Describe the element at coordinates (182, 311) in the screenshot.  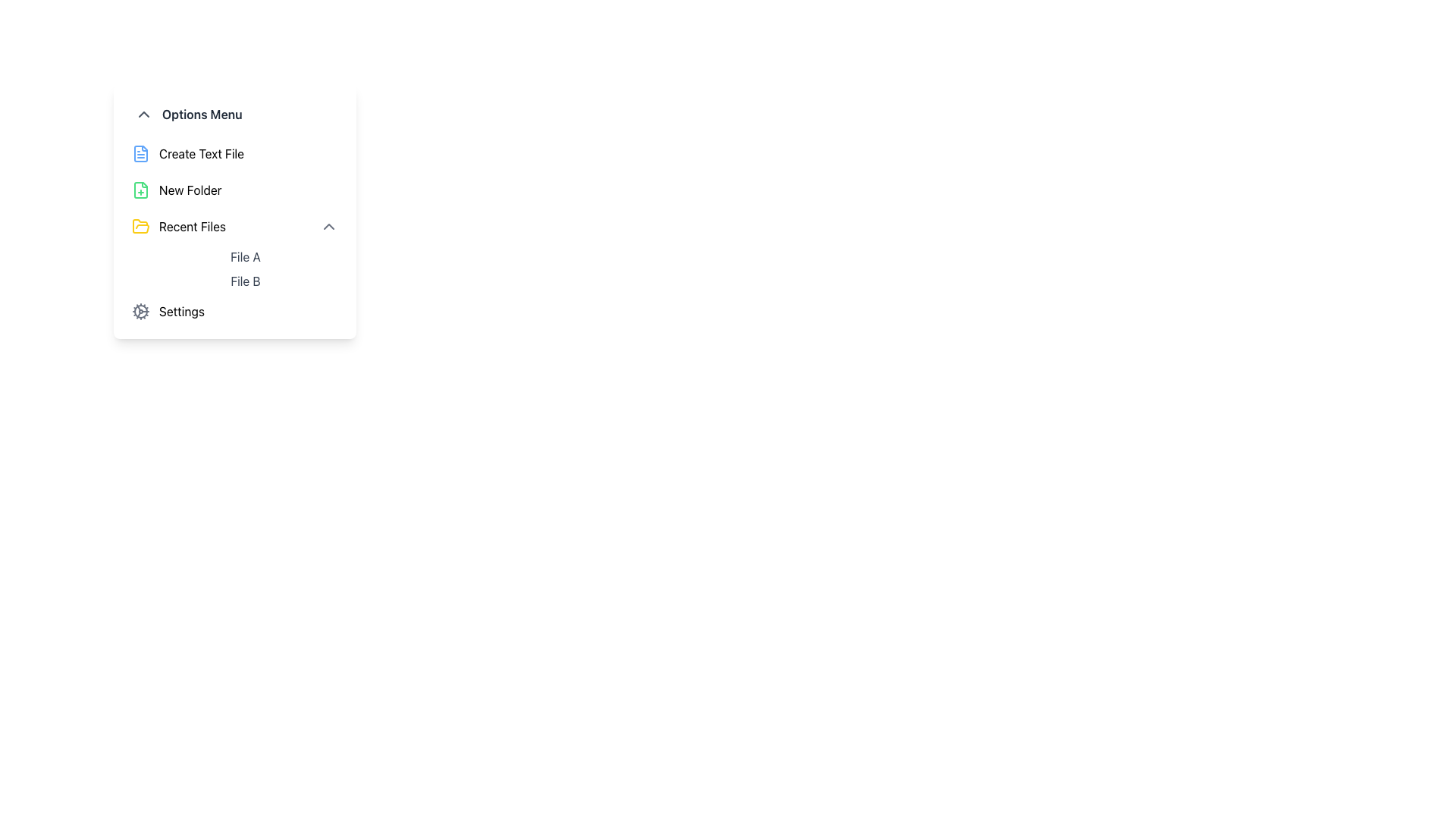
I see `the 'Settings' text label, which is the last item in the 'Options Menu' list` at that location.